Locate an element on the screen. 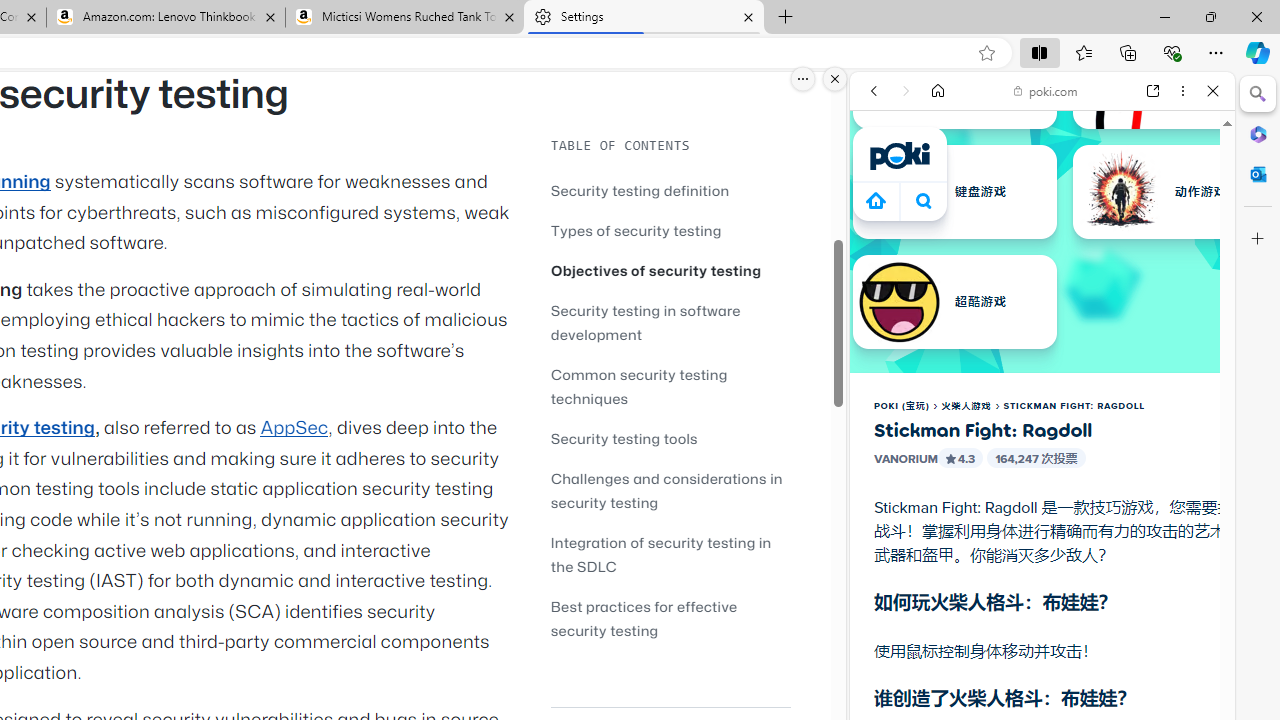 This screenshot has width=1280, height=720. 'Security testing definition' is located at coordinates (670, 190).